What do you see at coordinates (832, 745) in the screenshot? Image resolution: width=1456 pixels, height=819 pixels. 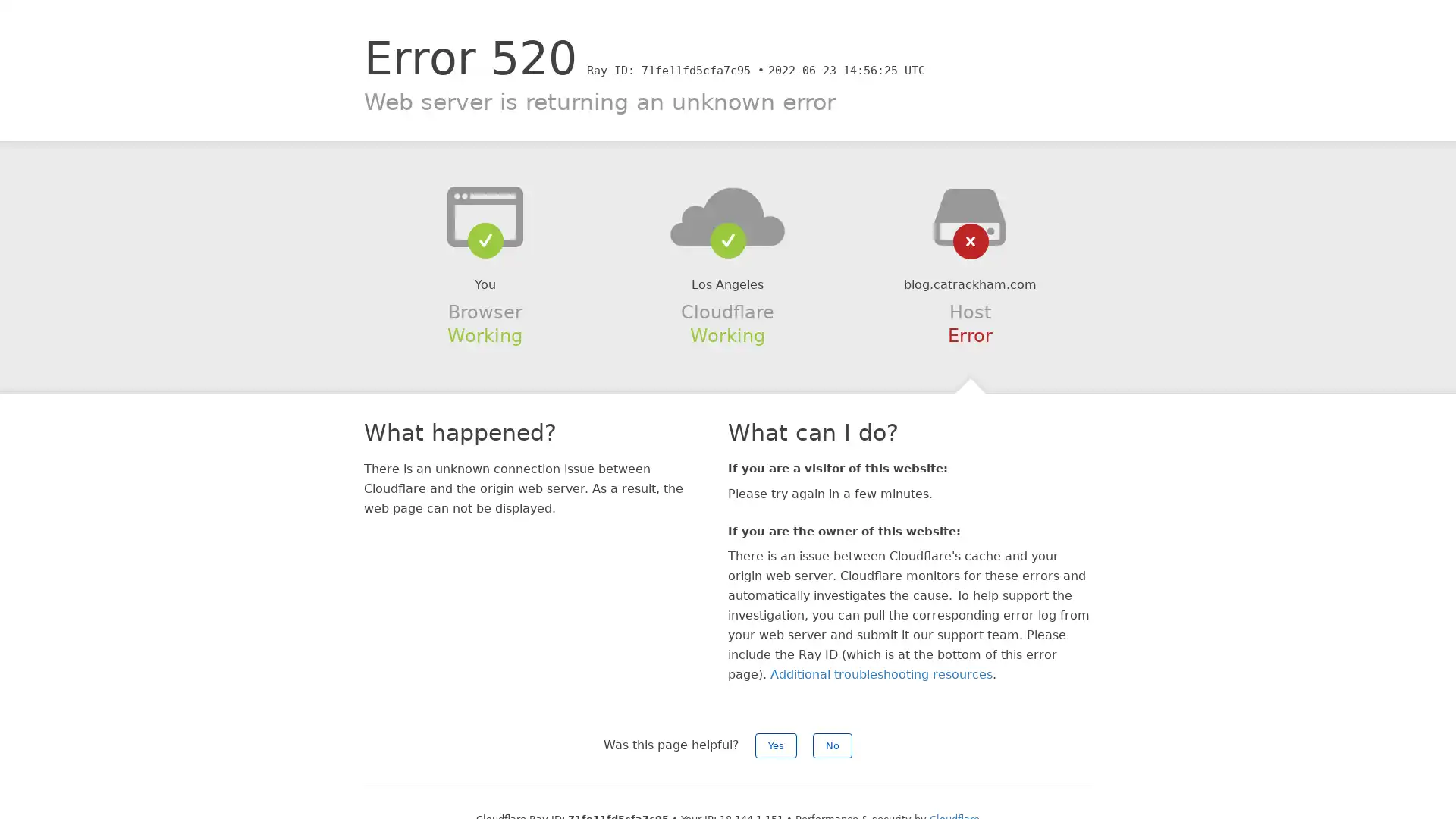 I see `No` at bounding box center [832, 745].